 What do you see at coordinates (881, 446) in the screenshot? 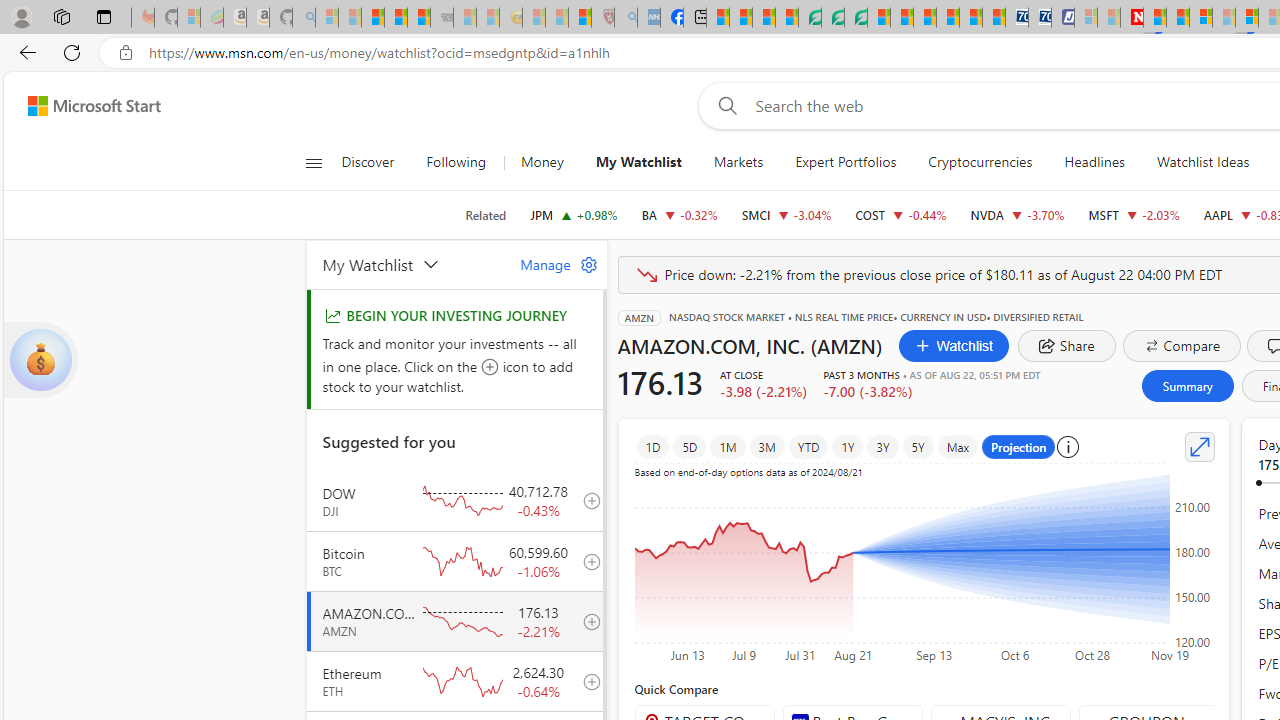
I see `'3Y'` at bounding box center [881, 446].